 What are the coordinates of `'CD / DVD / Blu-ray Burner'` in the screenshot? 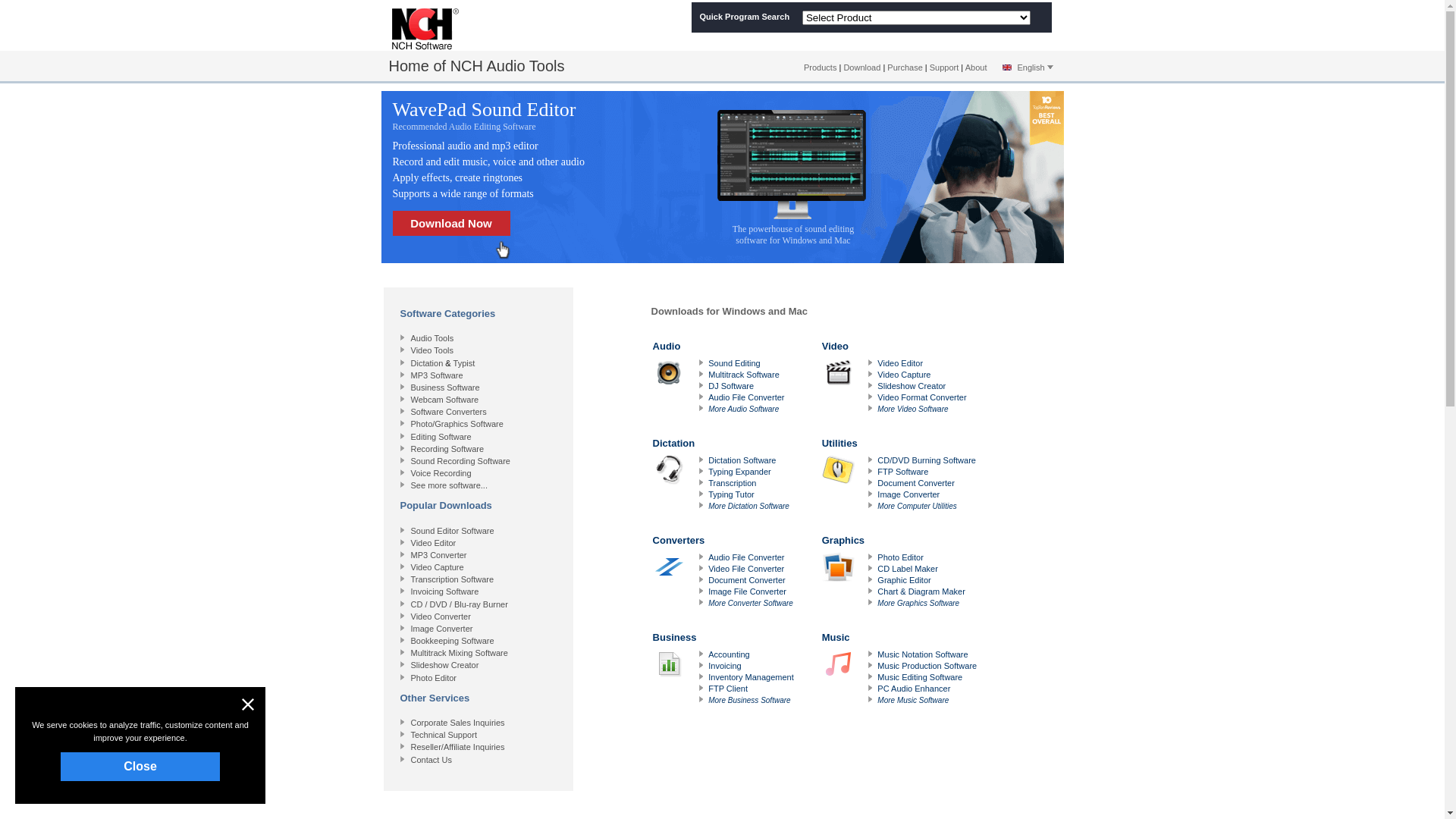 It's located at (458, 604).